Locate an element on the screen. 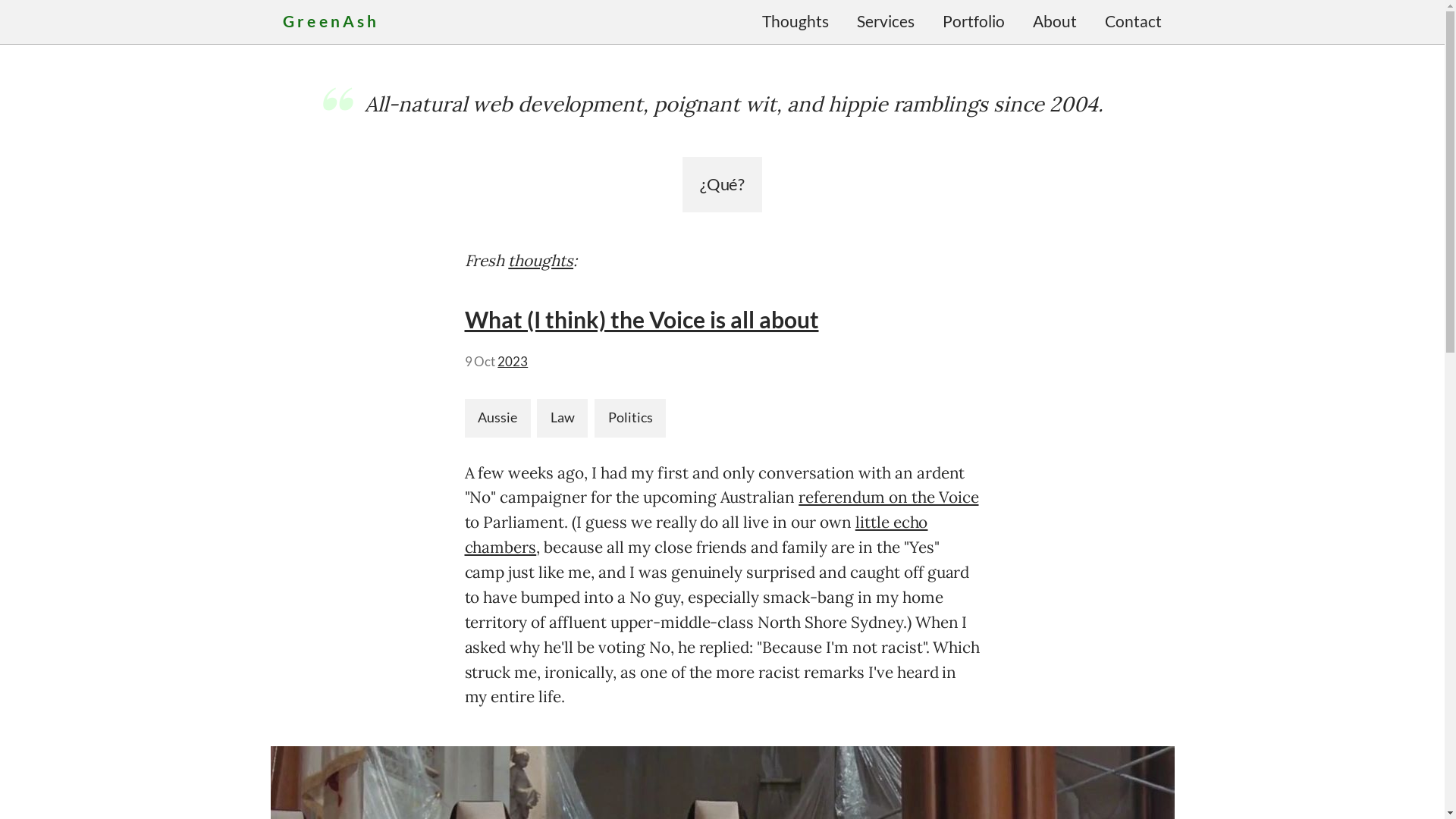 The width and height of the screenshot is (1456, 819). '2023' is located at coordinates (513, 362).